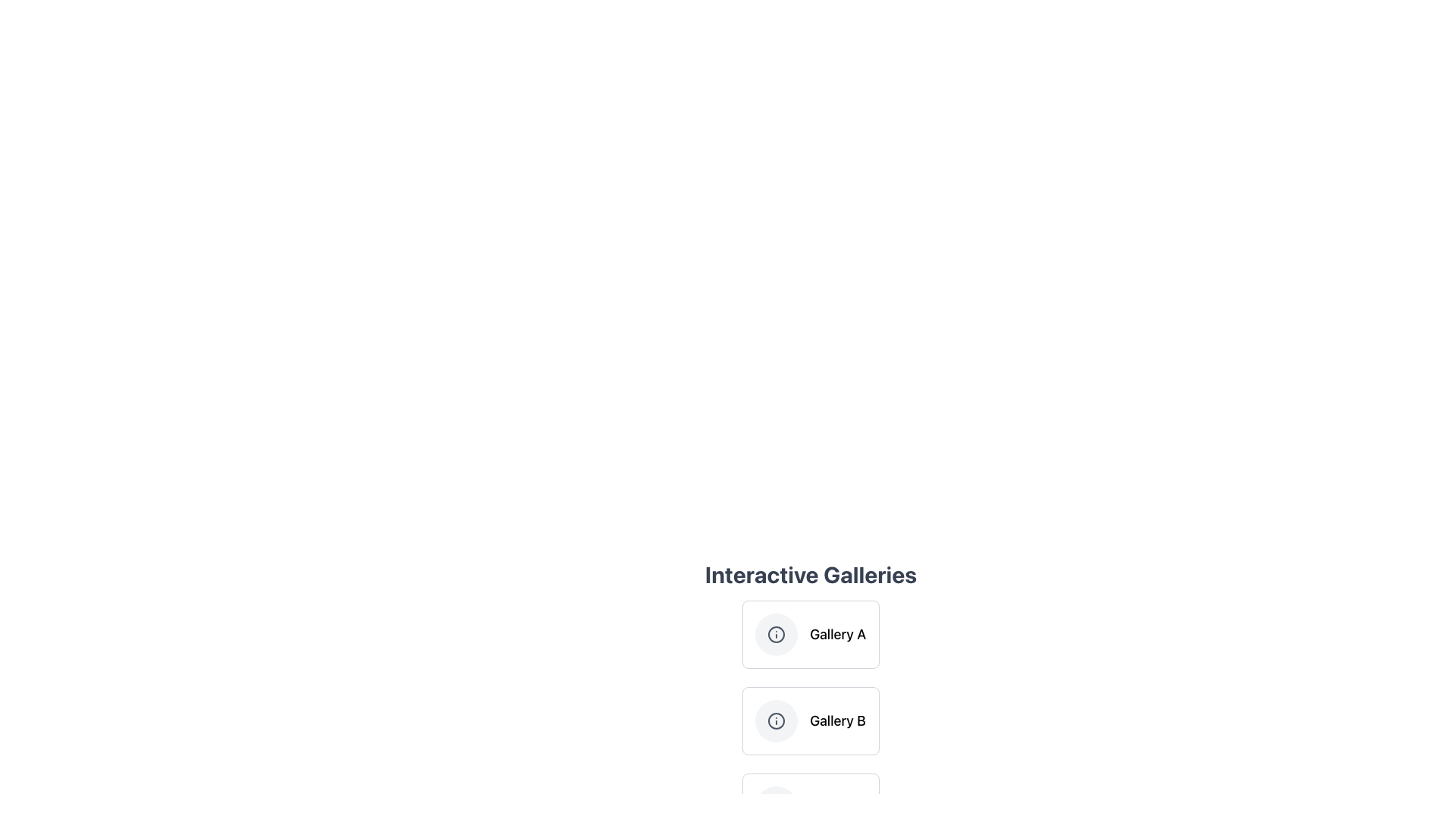 The width and height of the screenshot is (1456, 819). I want to click on the circular information icon with a light gray background and dark gray border located in the second interactive gallery option 'Gallery B', positioned to the left of the title text 'Gallery B', so click(777, 720).